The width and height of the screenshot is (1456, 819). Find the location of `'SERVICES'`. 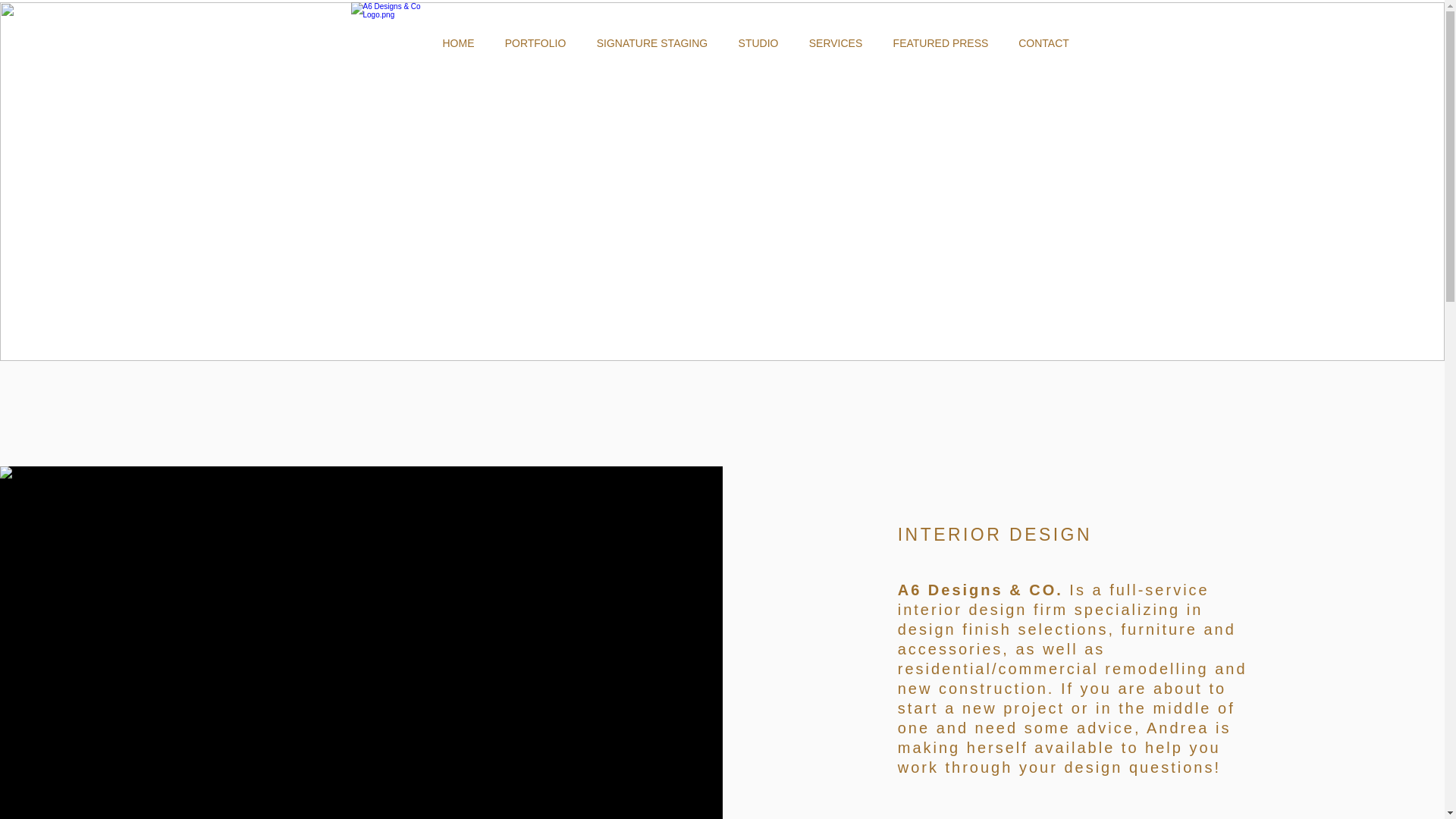

'SERVICES' is located at coordinates (834, 42).